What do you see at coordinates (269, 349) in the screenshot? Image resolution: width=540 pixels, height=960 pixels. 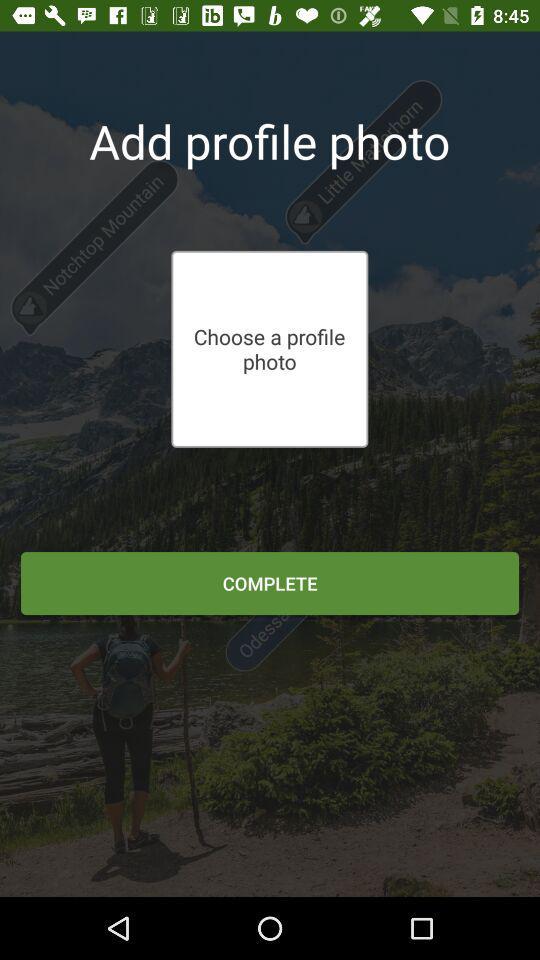 I see `the choose a profile item` at bounding box center [269, 349].